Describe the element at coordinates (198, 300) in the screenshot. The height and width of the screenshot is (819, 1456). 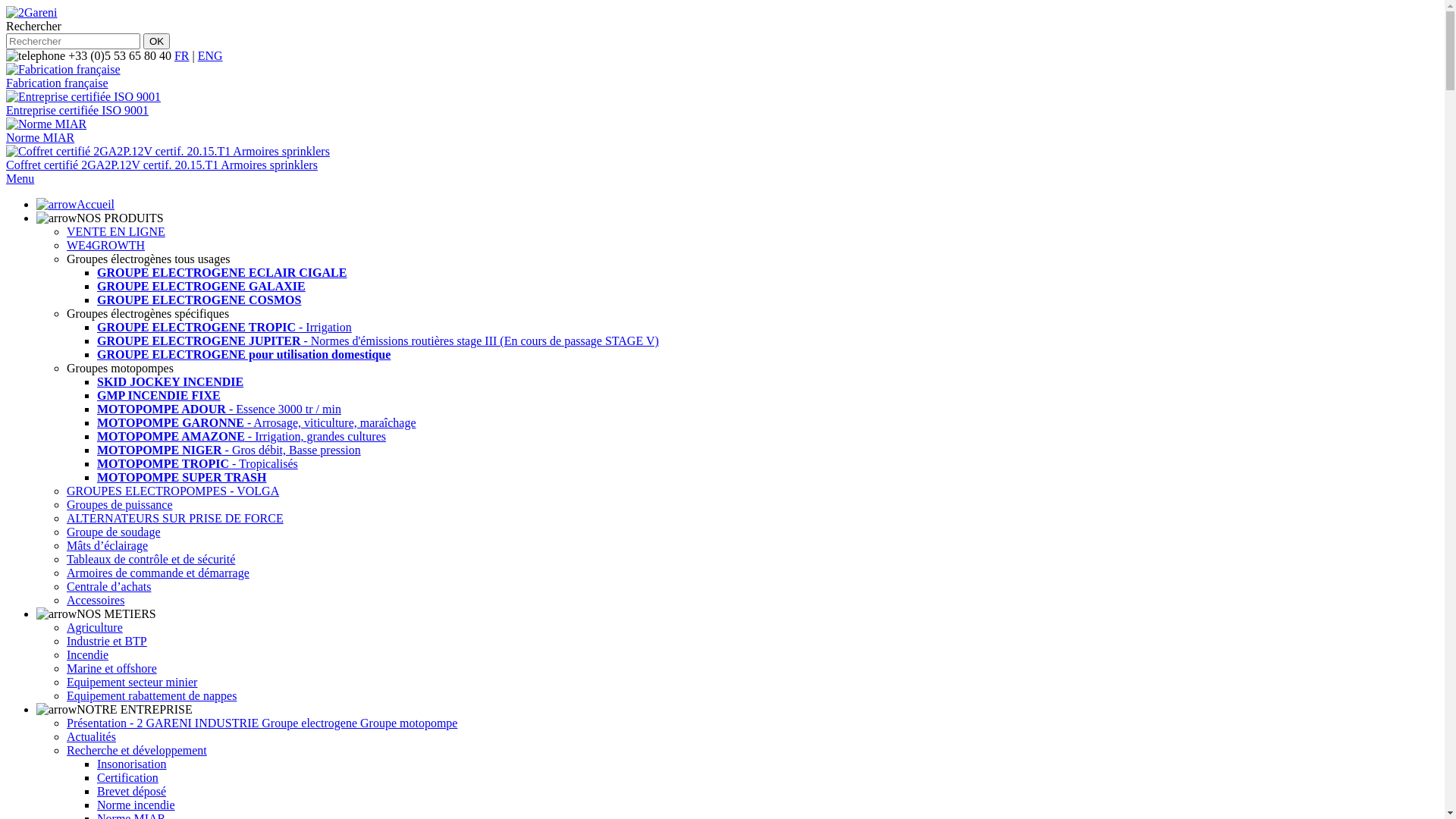
I see `'GROUPE ELECTROGENE COSMOS'` at that location.